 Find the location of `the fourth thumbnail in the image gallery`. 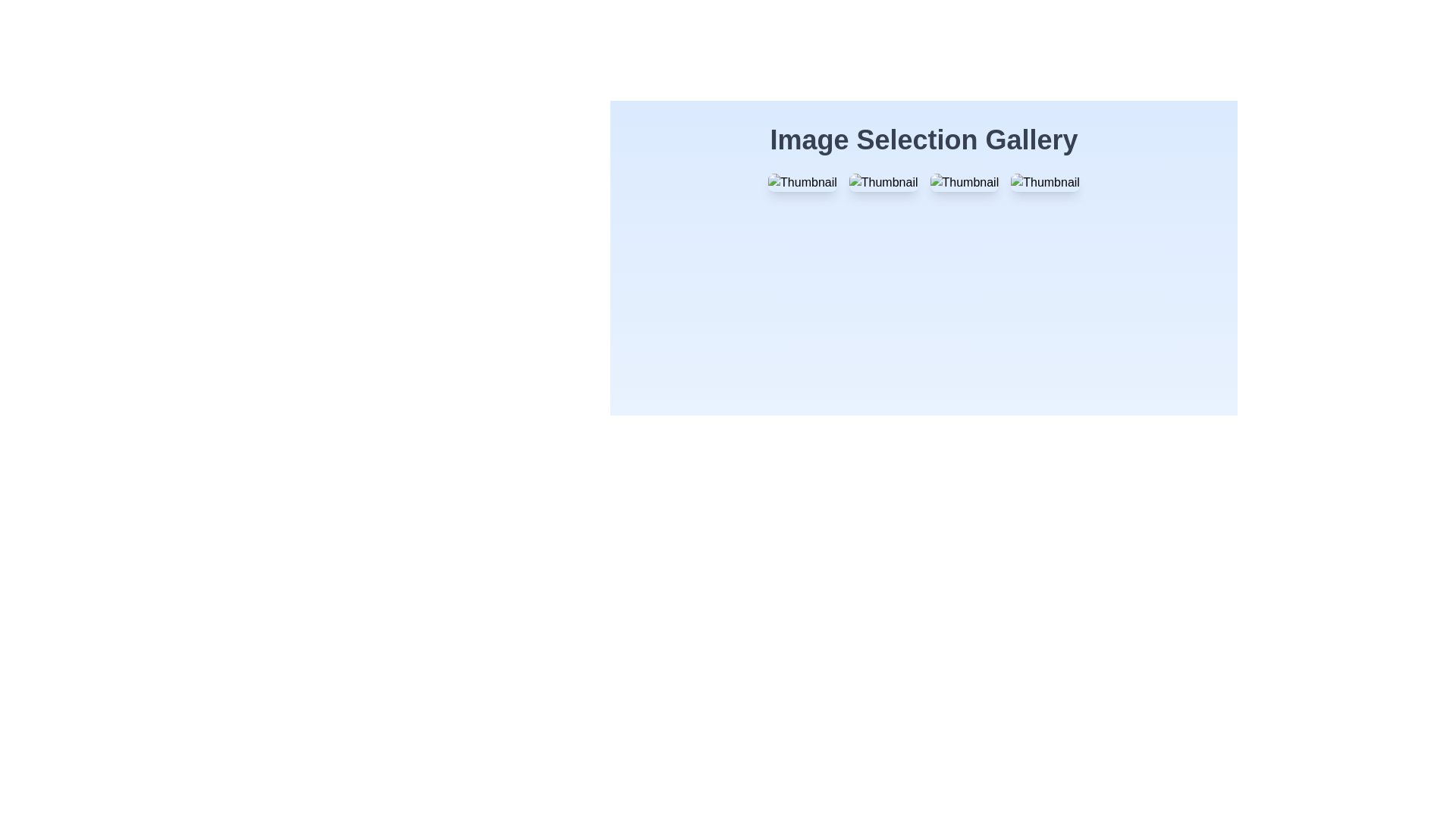

the fourth thumbnail in the image gallery is located at coordinates (1044, 181).